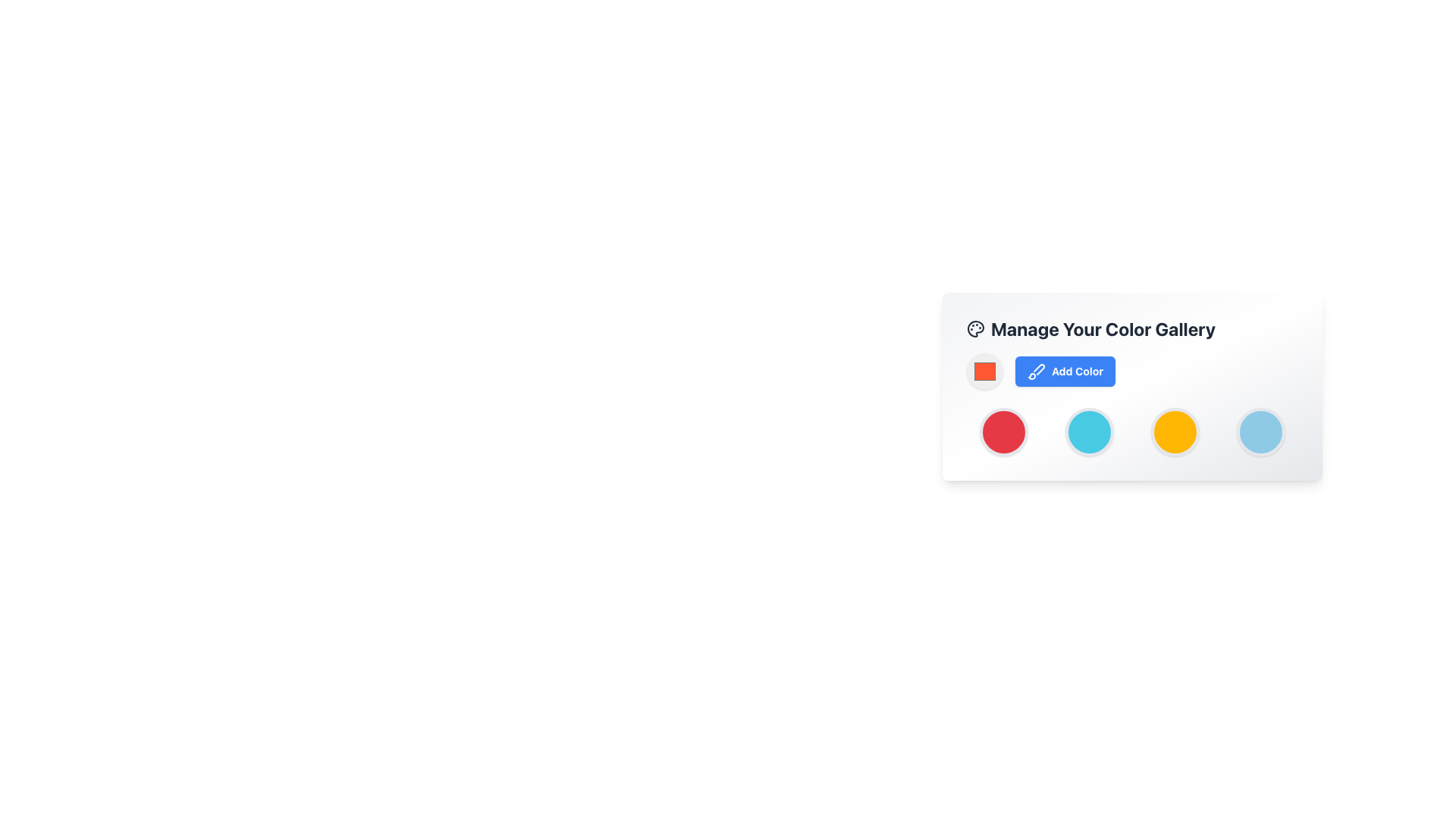  Describe the element at coordinates (1261, 432) in the screenshot. I see `the fourth circular color choice indicator in the 'Manage Your Color Gallery' panel` at that location.